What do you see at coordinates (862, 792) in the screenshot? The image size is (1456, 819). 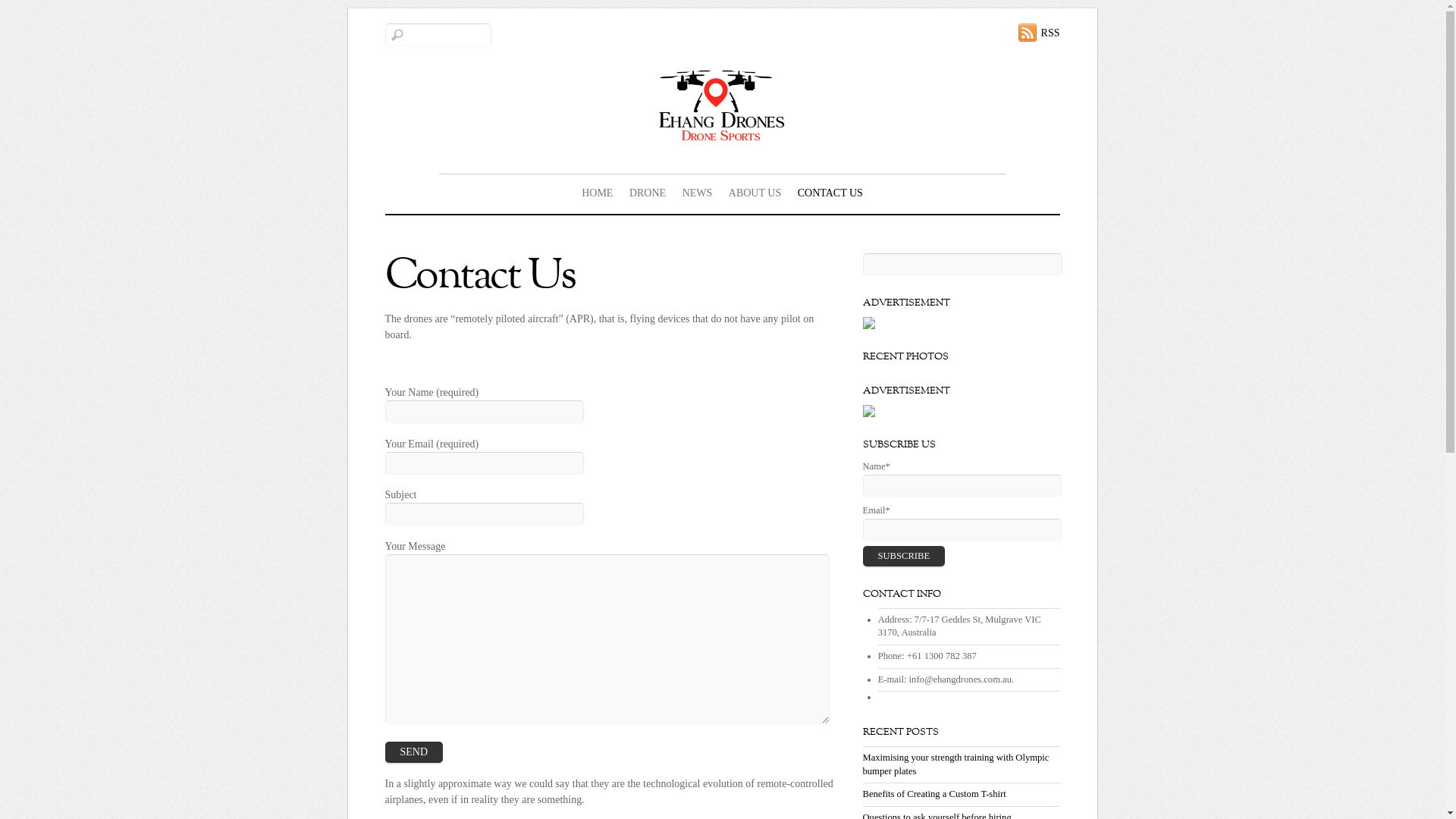 I see `'Benefits of Creating a Custom T-shirt'` at bounding box center [862, 792].